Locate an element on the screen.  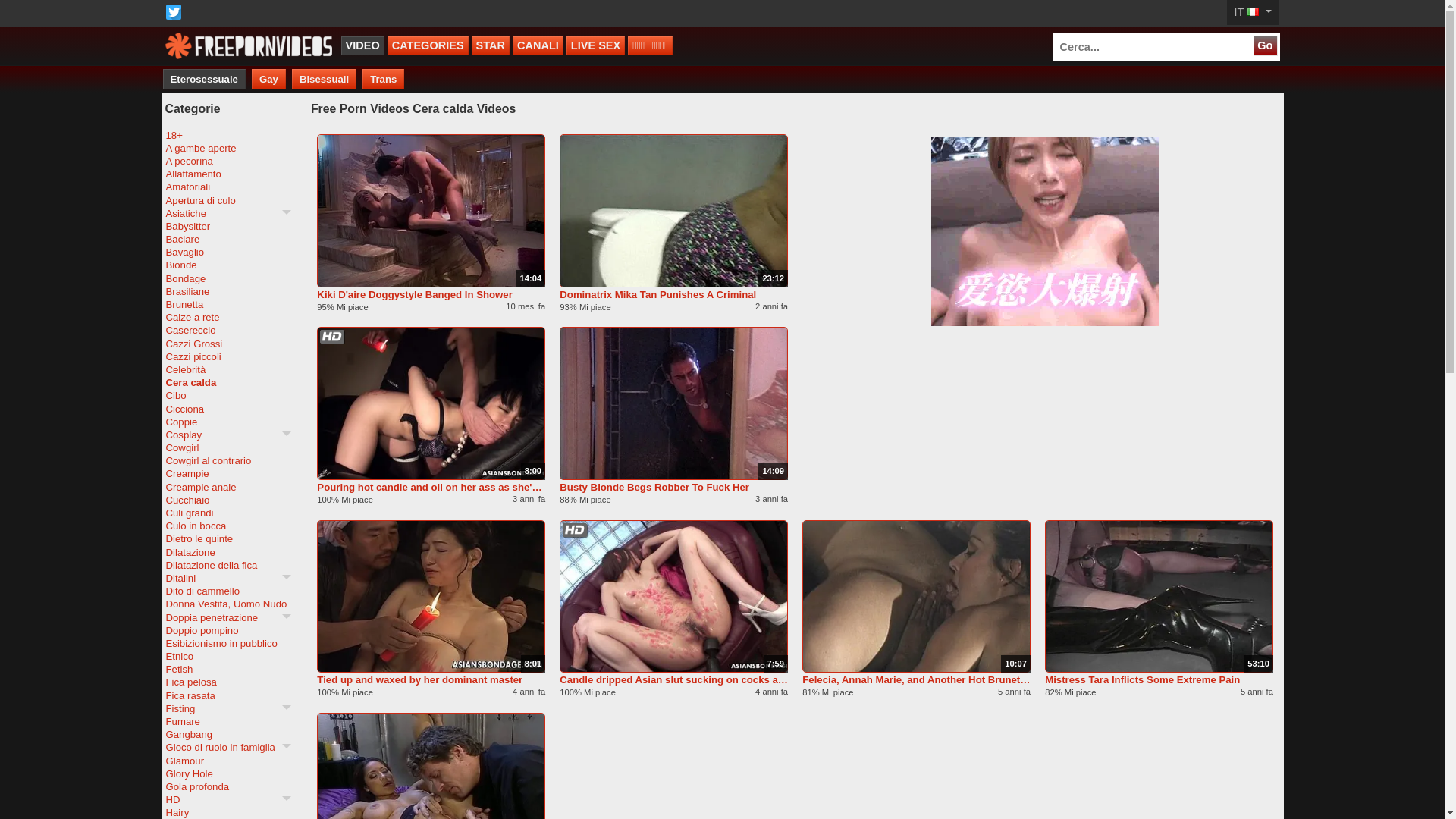
'A gambe aperte' is located at coordinates (227, 148).